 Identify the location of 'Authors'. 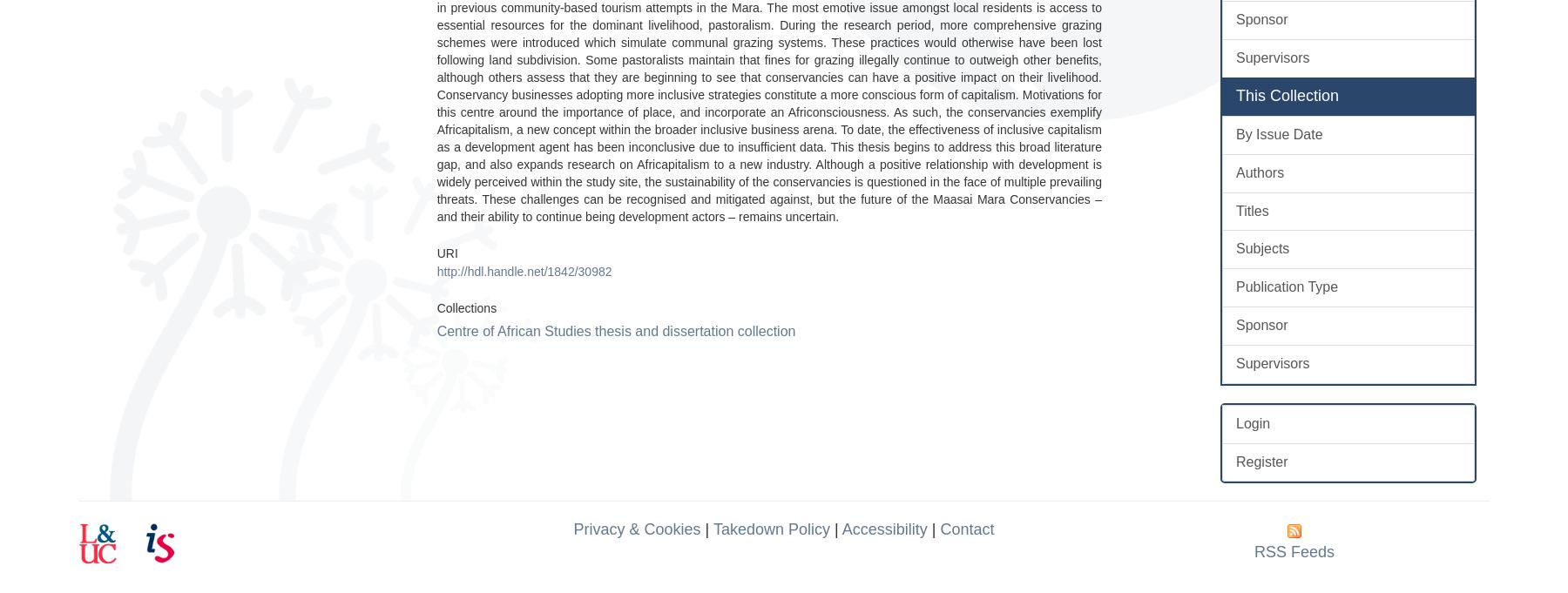
(1259, 172).